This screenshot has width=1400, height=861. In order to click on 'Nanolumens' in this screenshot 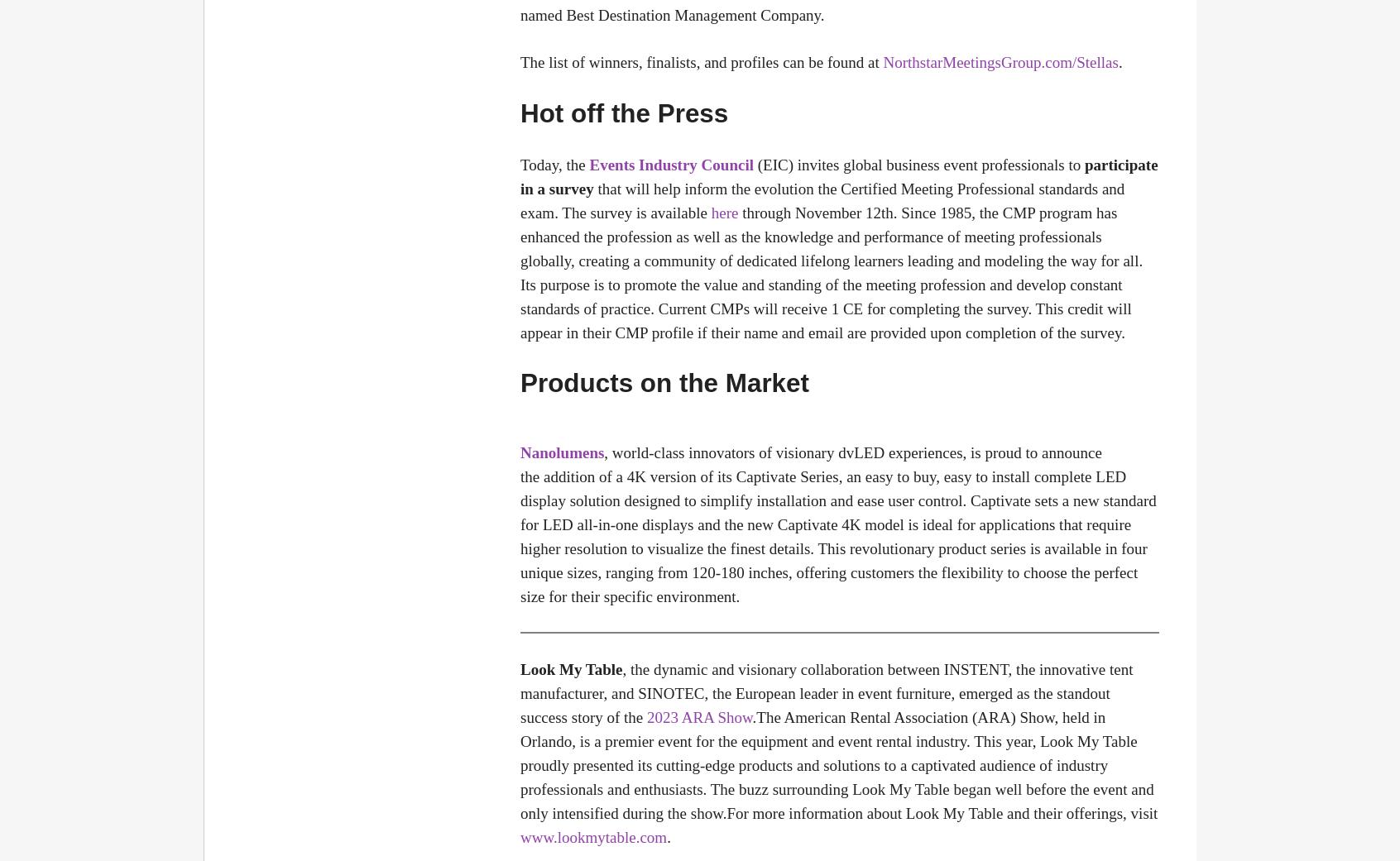, I will do `click(562, 452)`.